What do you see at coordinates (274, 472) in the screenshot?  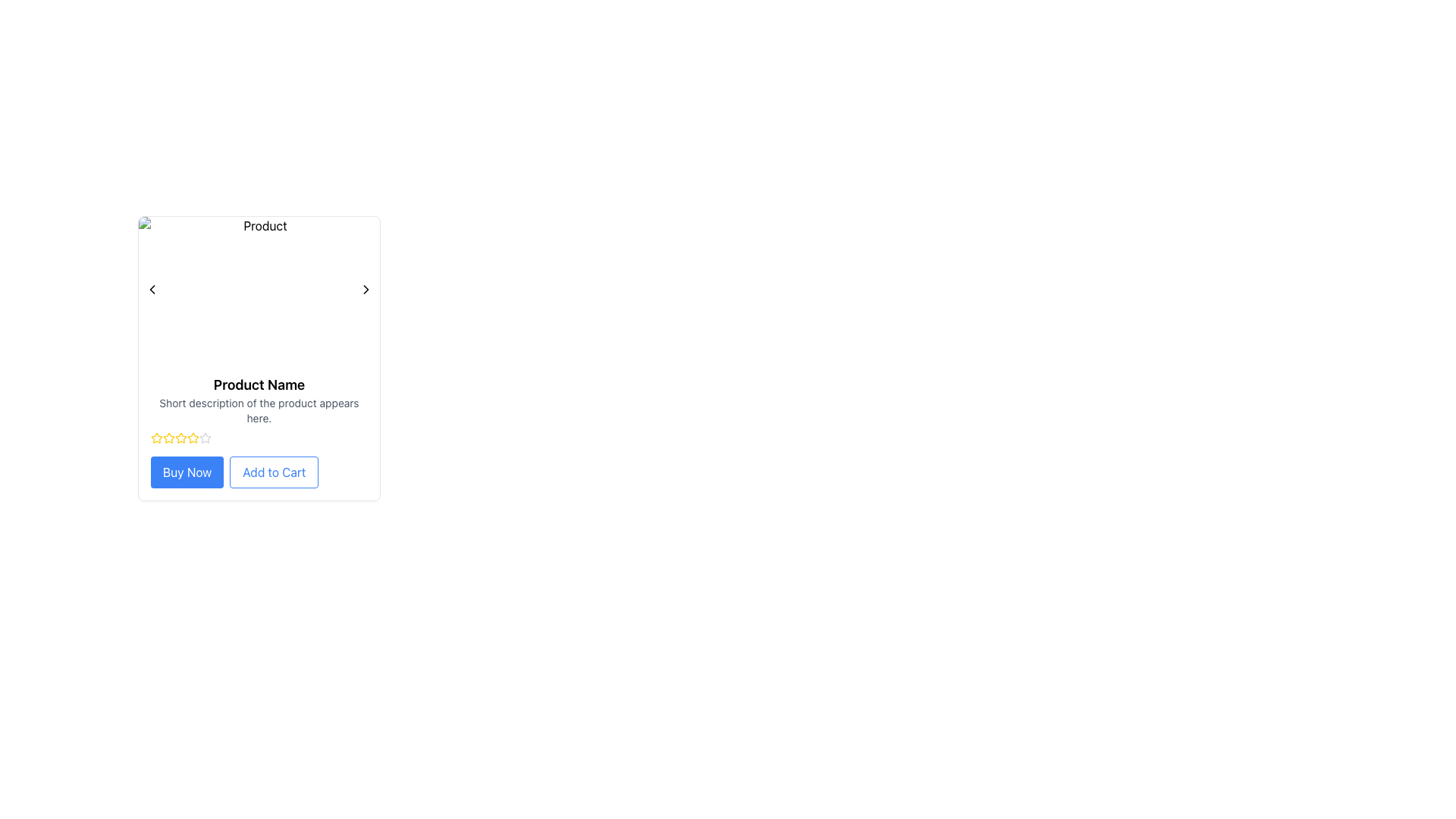 I see `the 'Add to Cart' button located in the lower portion of the product card interface, which is to the right of the 'Buy Now' button` at bounding box center [274, 472].